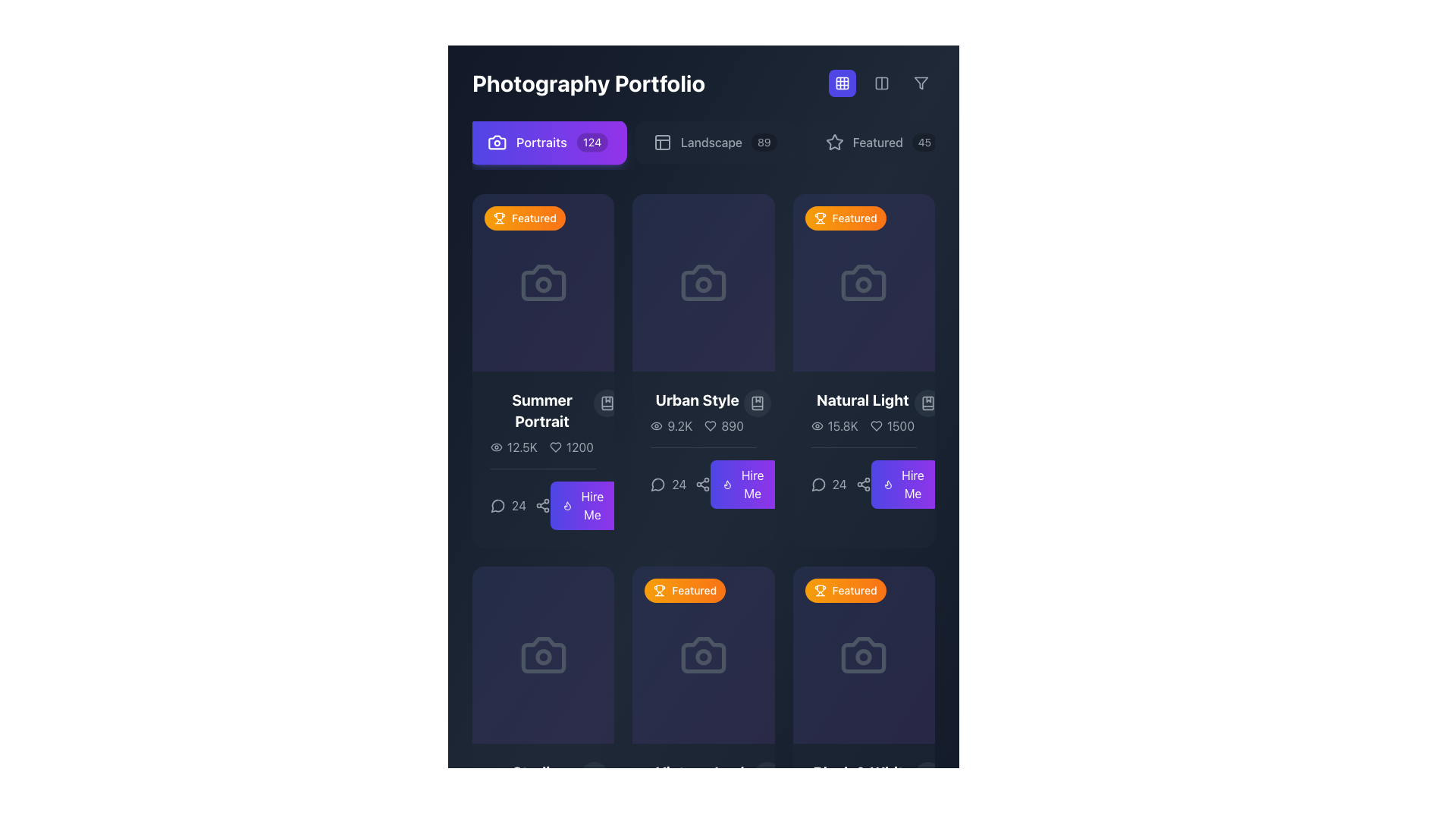  I want to click on the 'Featured' label located at the top-left corner of a card layout, which is part of a badge and centrally positioned within it, so click(855, 218).